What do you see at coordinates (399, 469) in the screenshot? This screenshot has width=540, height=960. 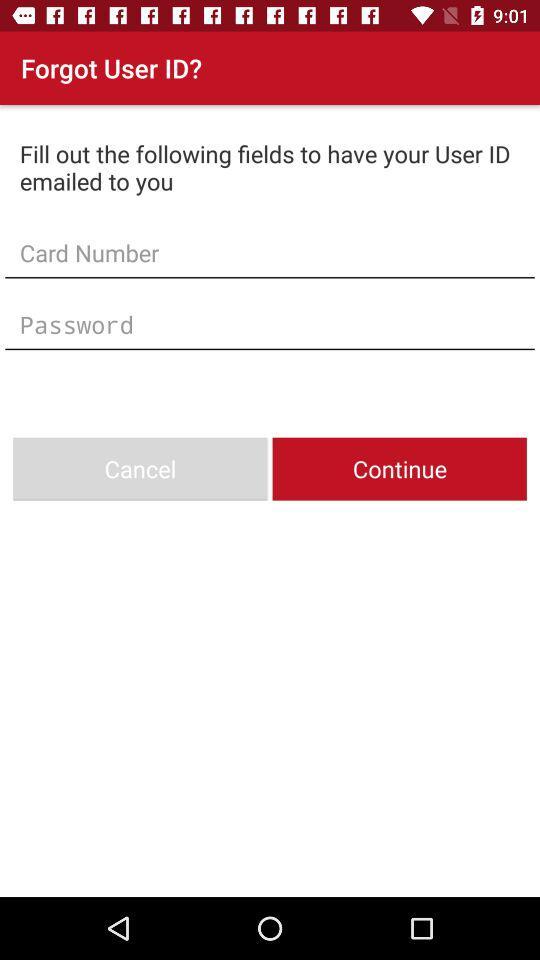 I see `continue on the right` at bounding box center [399, 469].